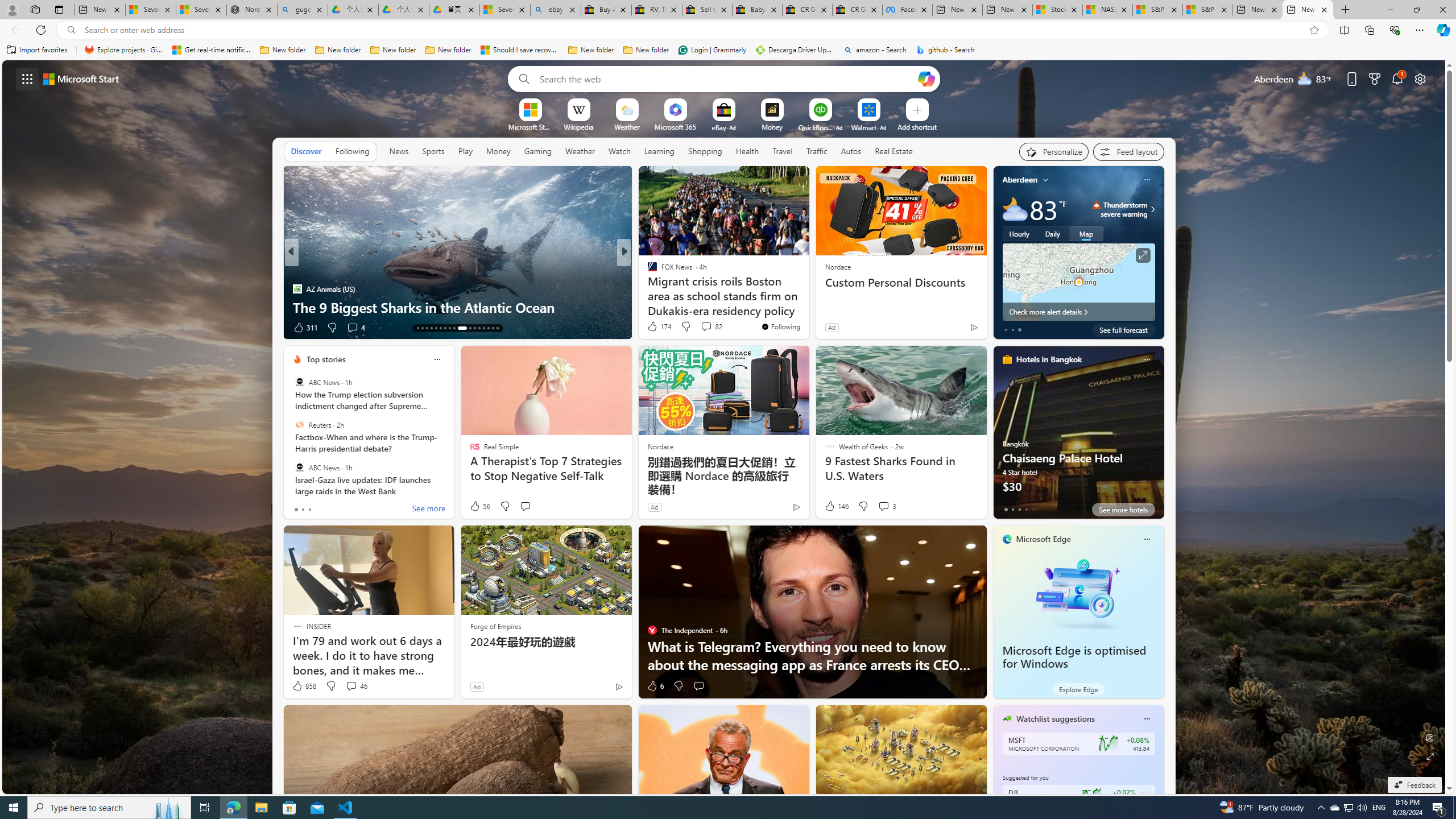 This screenshot has height=819, width=1456. What do you see at coordinates (705, 327) in the screenshot?
I see `'View comments 10 Comment'` at bounding box center [705, 327].